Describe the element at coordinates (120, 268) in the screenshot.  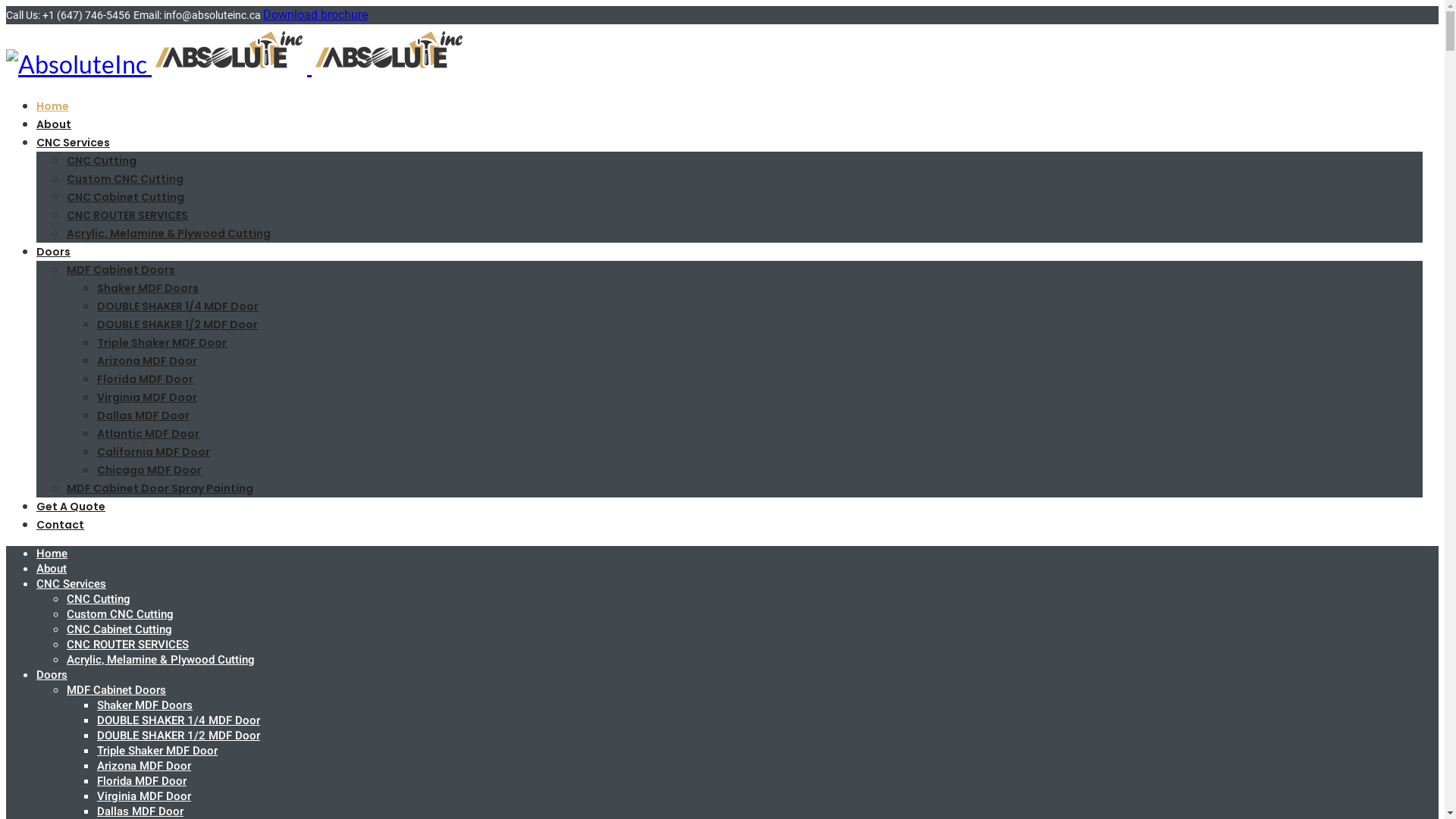
I see `'MDF Cabinet Doors'` at that location.